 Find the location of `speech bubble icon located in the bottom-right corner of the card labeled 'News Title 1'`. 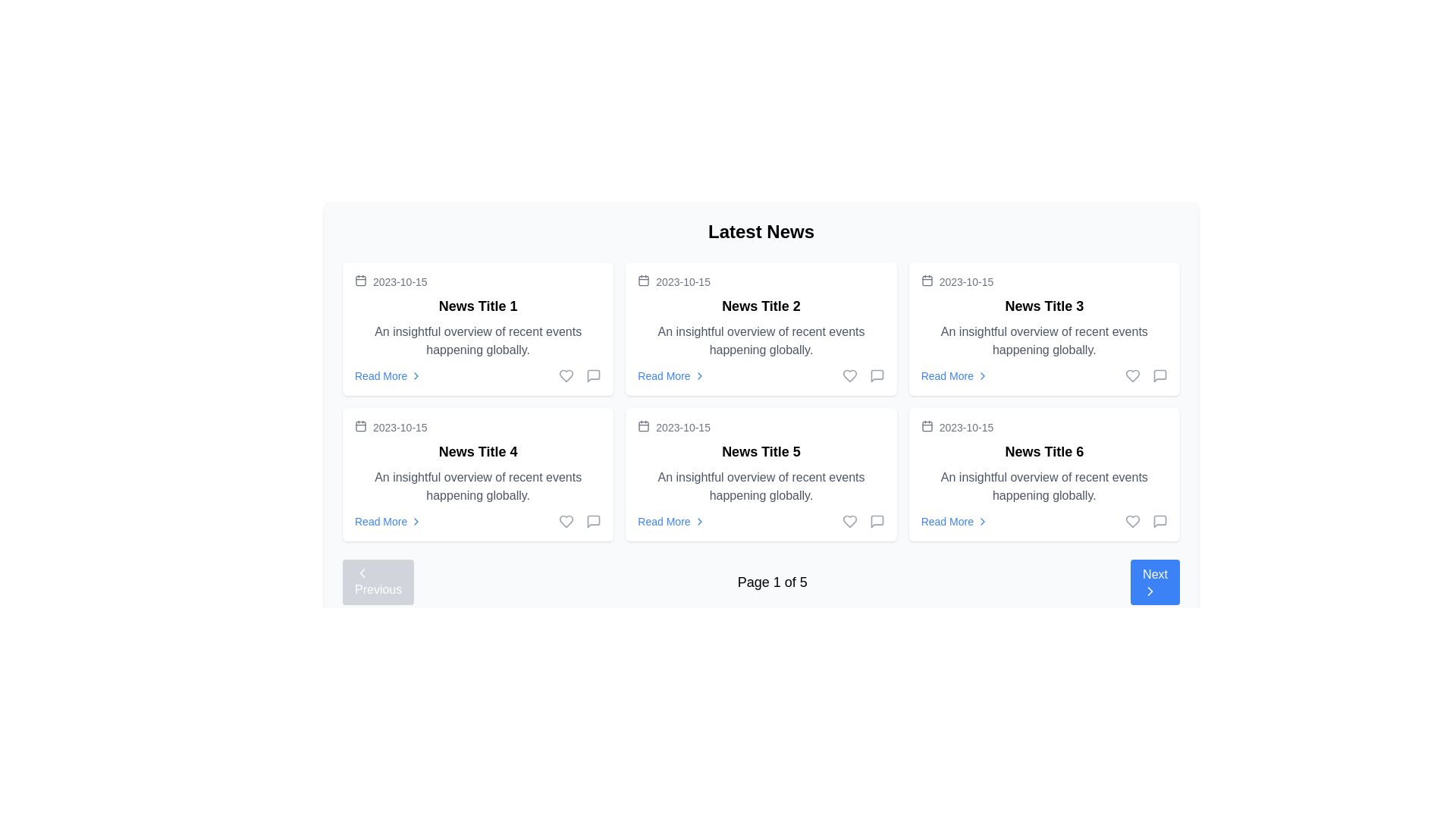

speech bubble icon located in the bottom-right corner of the card labeled 'News Title 1' is located at coordinates (593, 375).